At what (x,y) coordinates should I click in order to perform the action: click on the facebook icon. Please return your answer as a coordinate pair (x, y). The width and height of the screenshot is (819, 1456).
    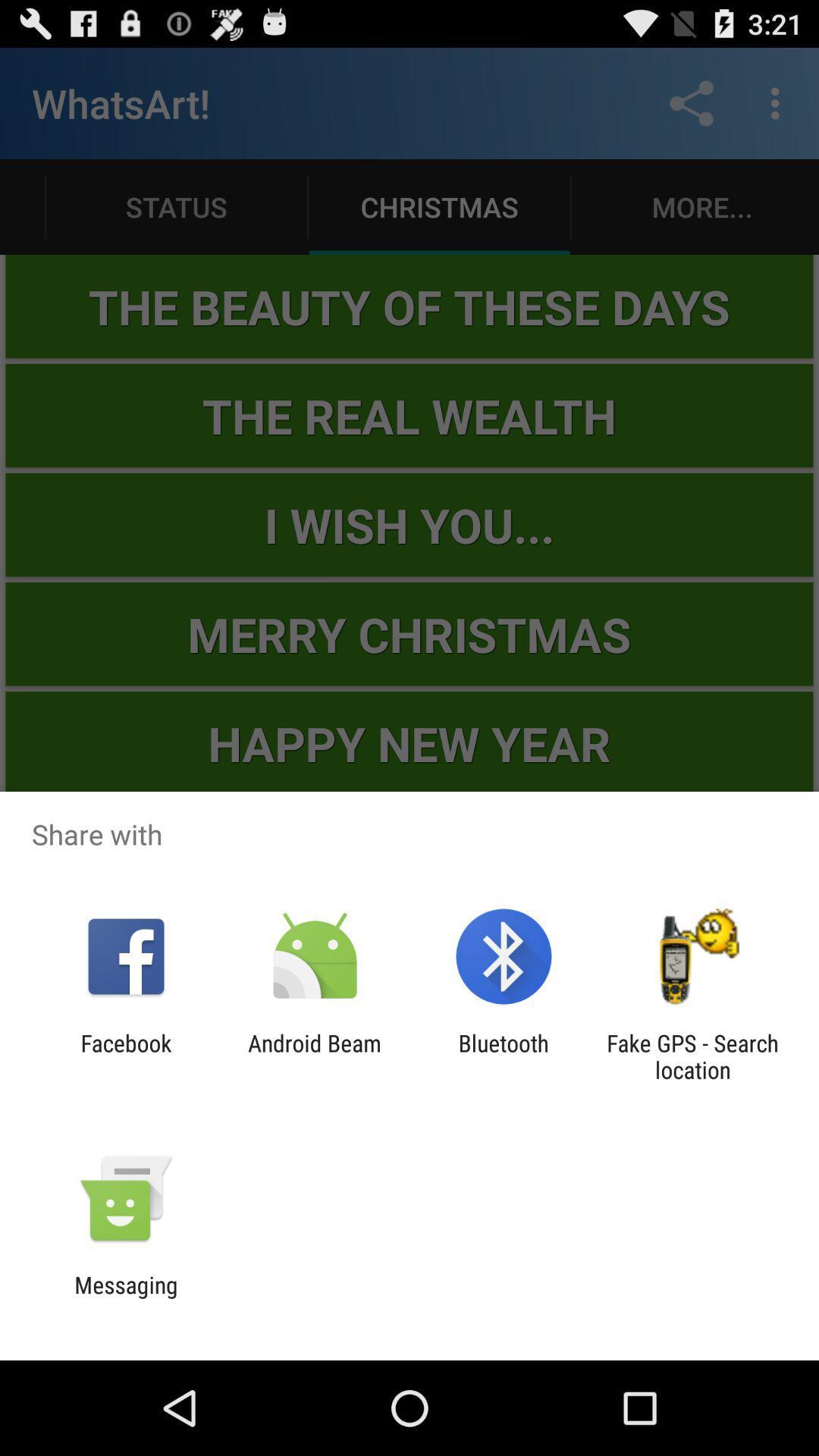
    Looking at the image, I should click on (125, 1056).